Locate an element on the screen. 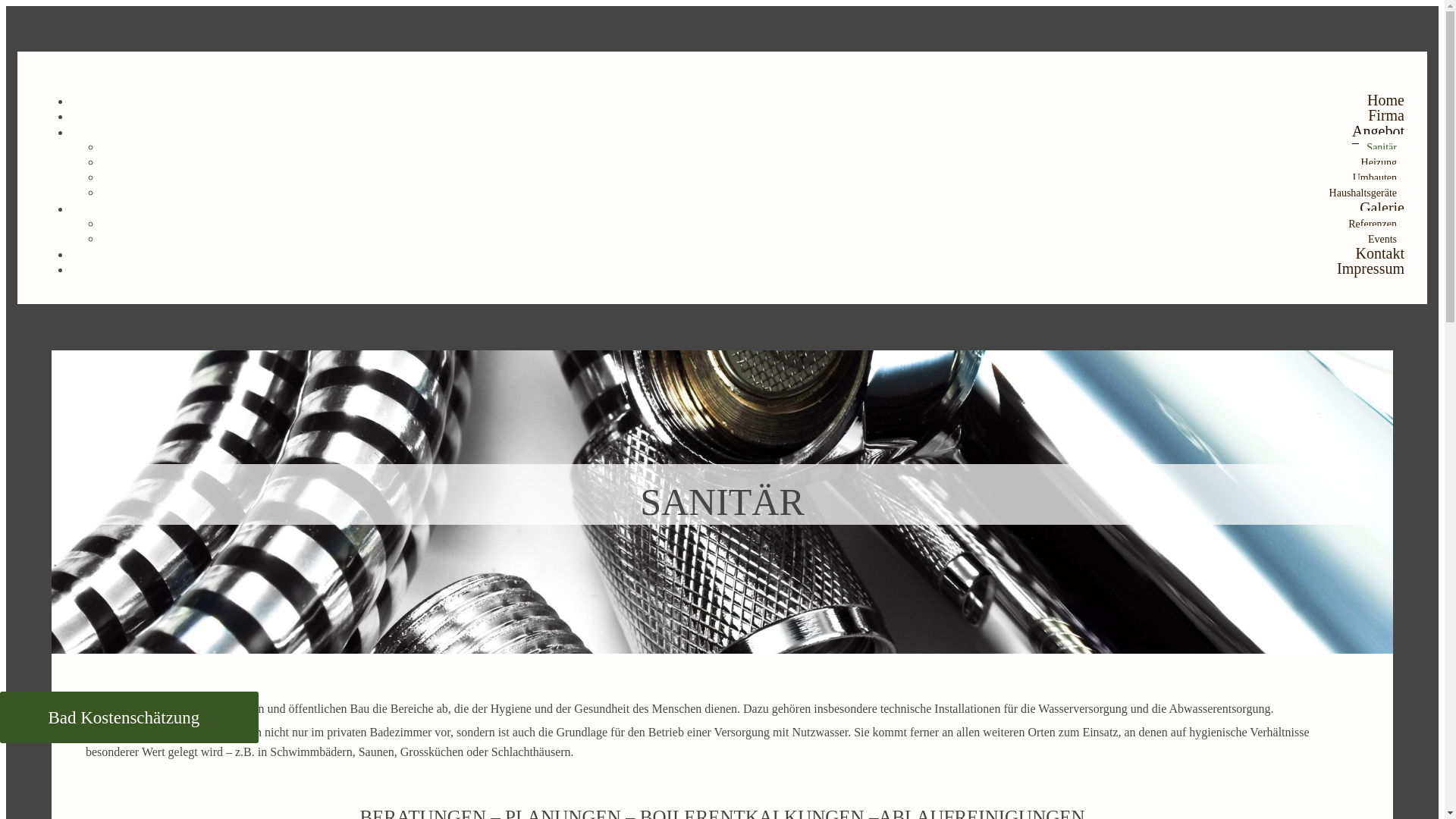 The image size is (1456, 819). 'Referenzen' is located at coordinates (1372, 224).